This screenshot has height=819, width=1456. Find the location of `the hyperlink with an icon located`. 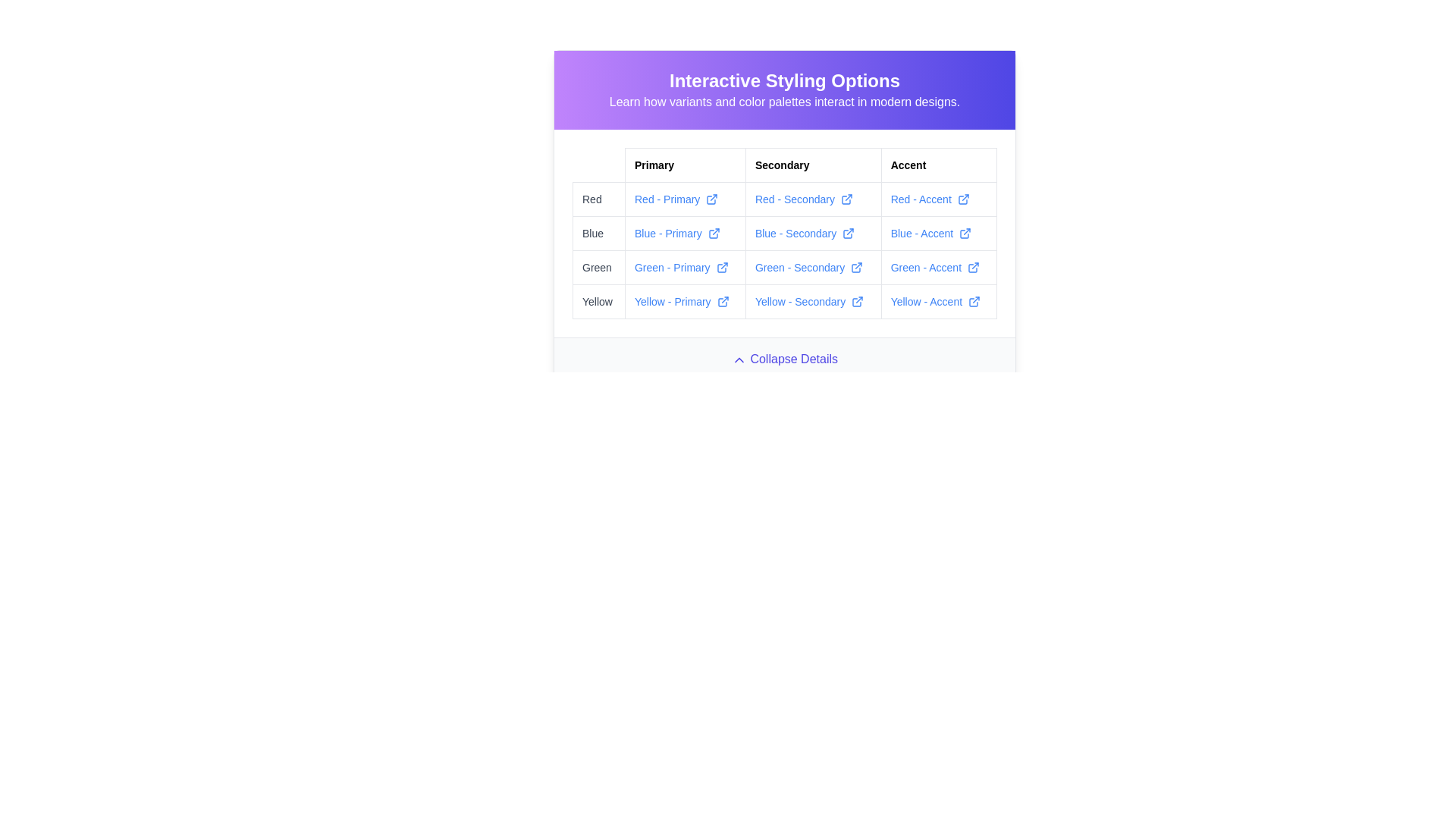

the hyperlink with an icon located is located at coordinates (934, 267).